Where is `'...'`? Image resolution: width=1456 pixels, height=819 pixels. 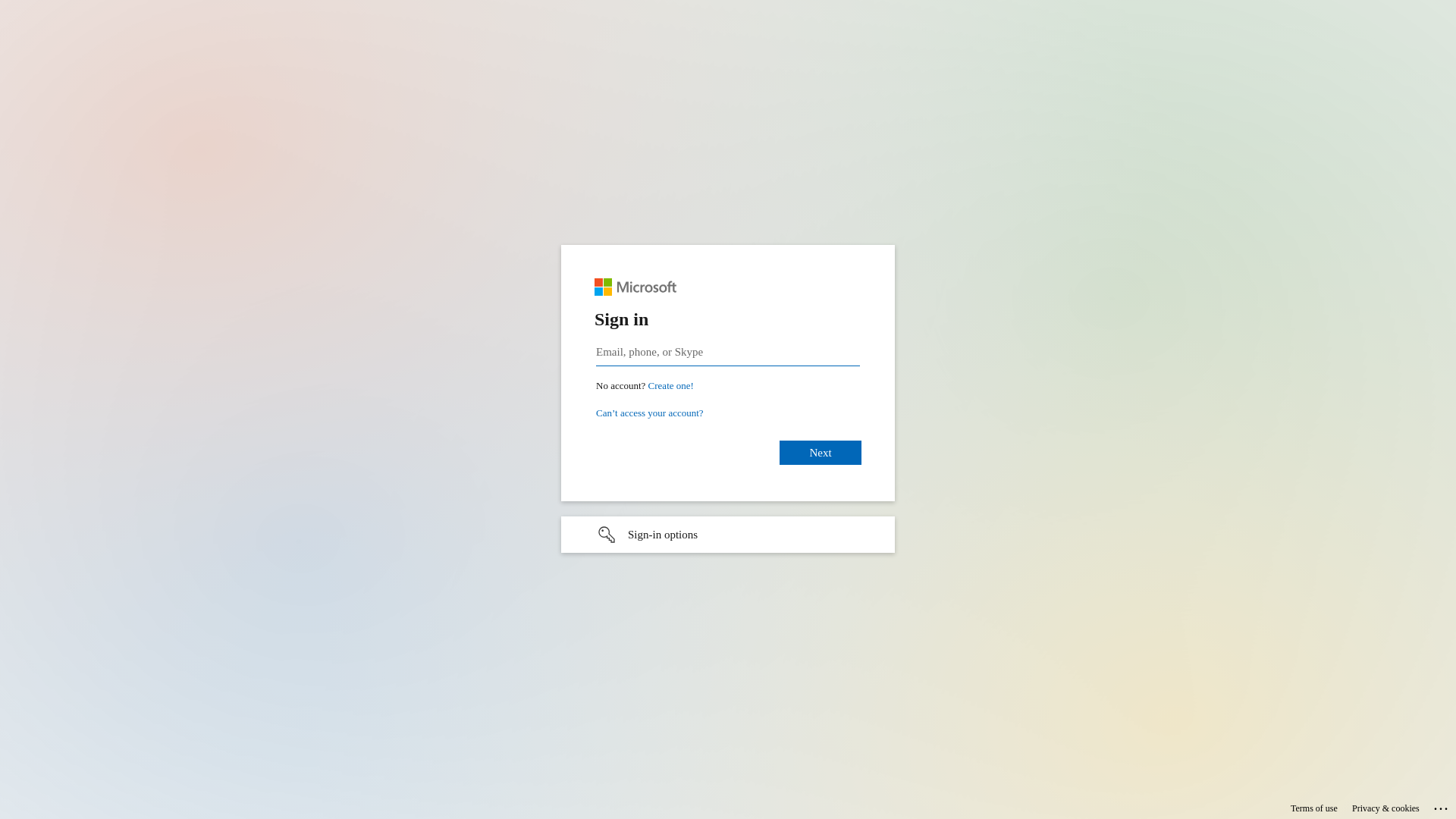
'...' is located at coordinates (1441, 805).